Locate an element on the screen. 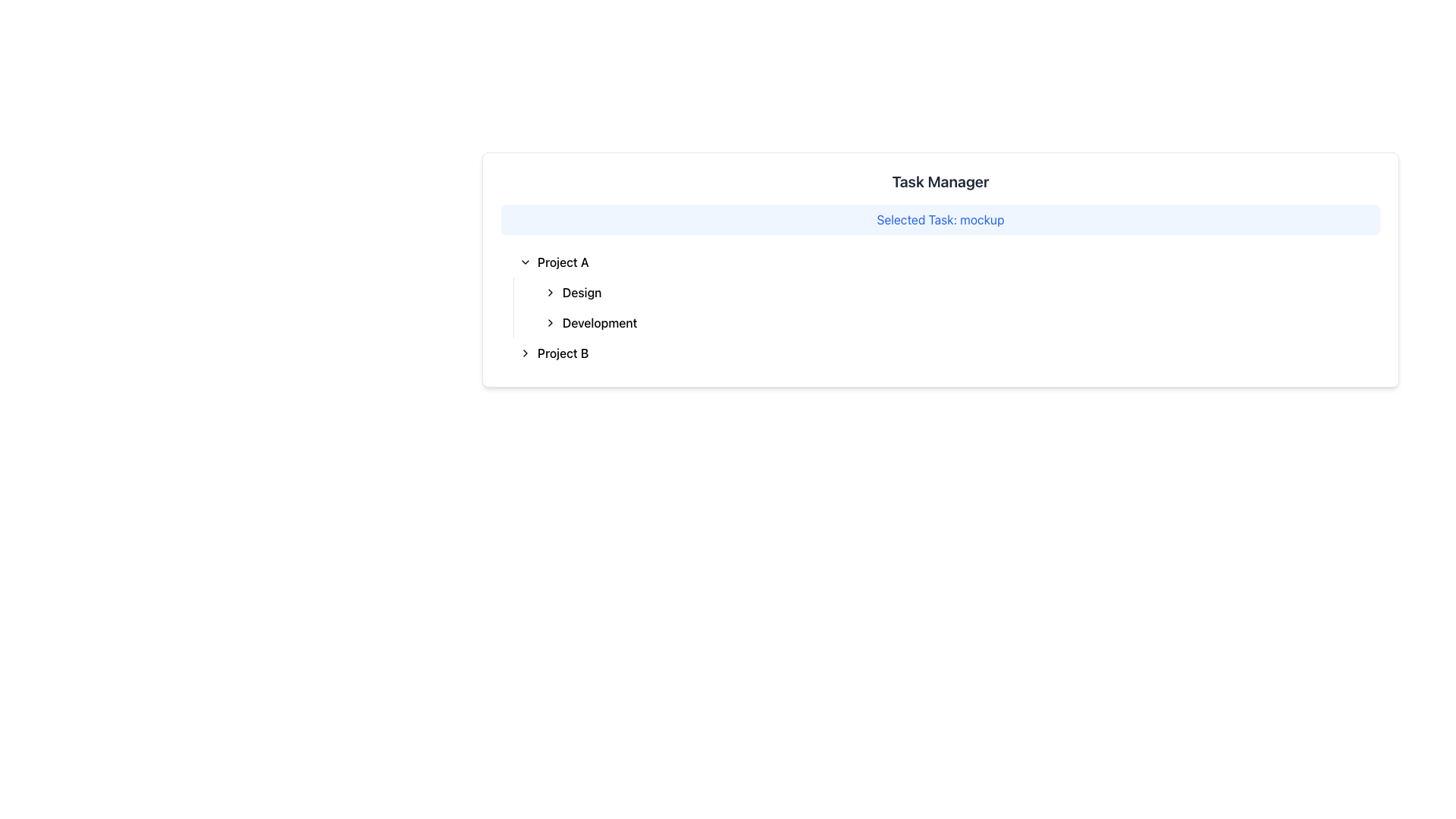  the Text Label that serves as a context for the 'Project A' category, positioned immediately to the right of the arrowhead icon is located at coordinates (581, 292).